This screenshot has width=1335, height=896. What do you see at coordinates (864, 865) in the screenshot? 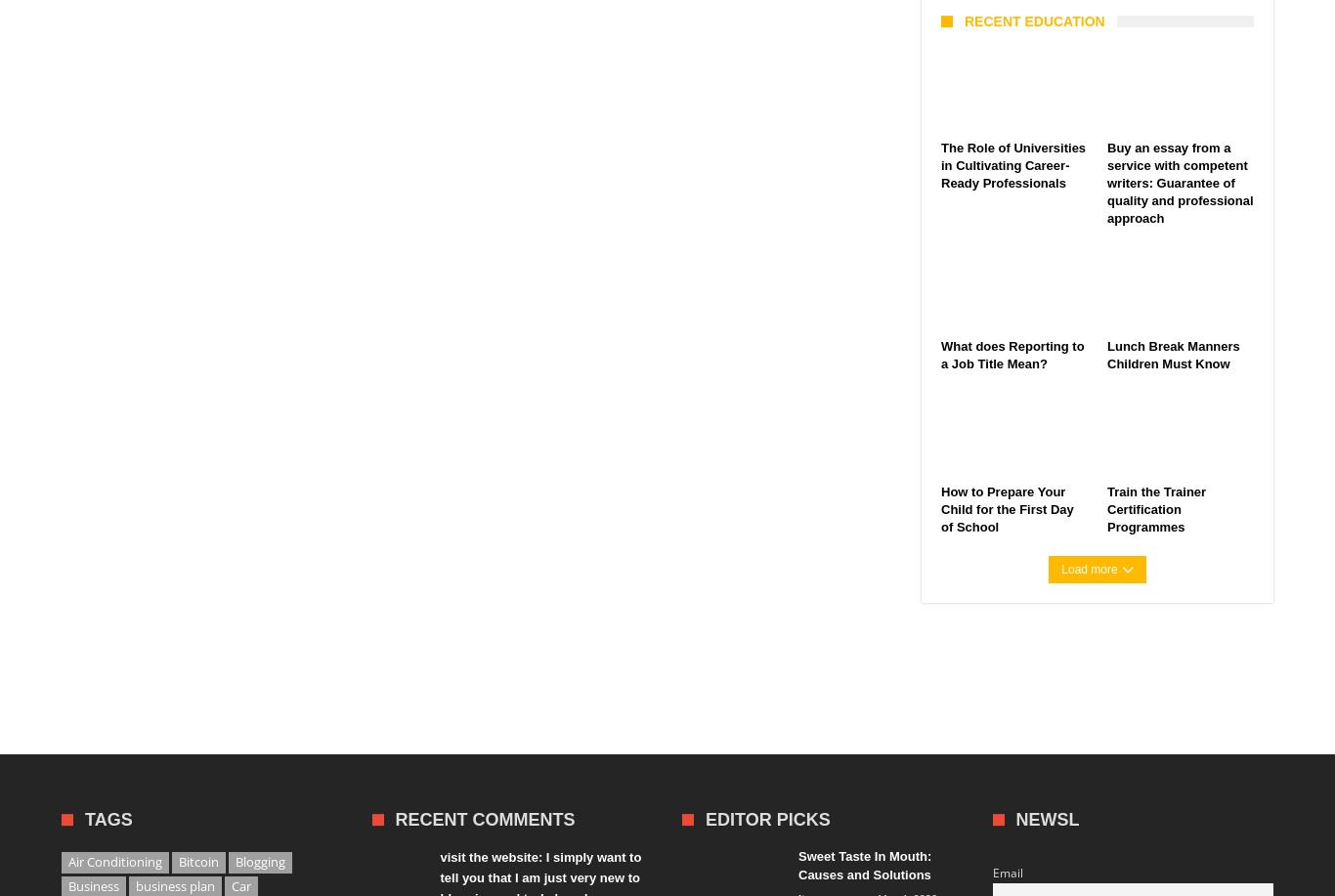
I see `'Sweet Taste In Mouth: Causes and Solutions'` at bounding box center [864, 865].